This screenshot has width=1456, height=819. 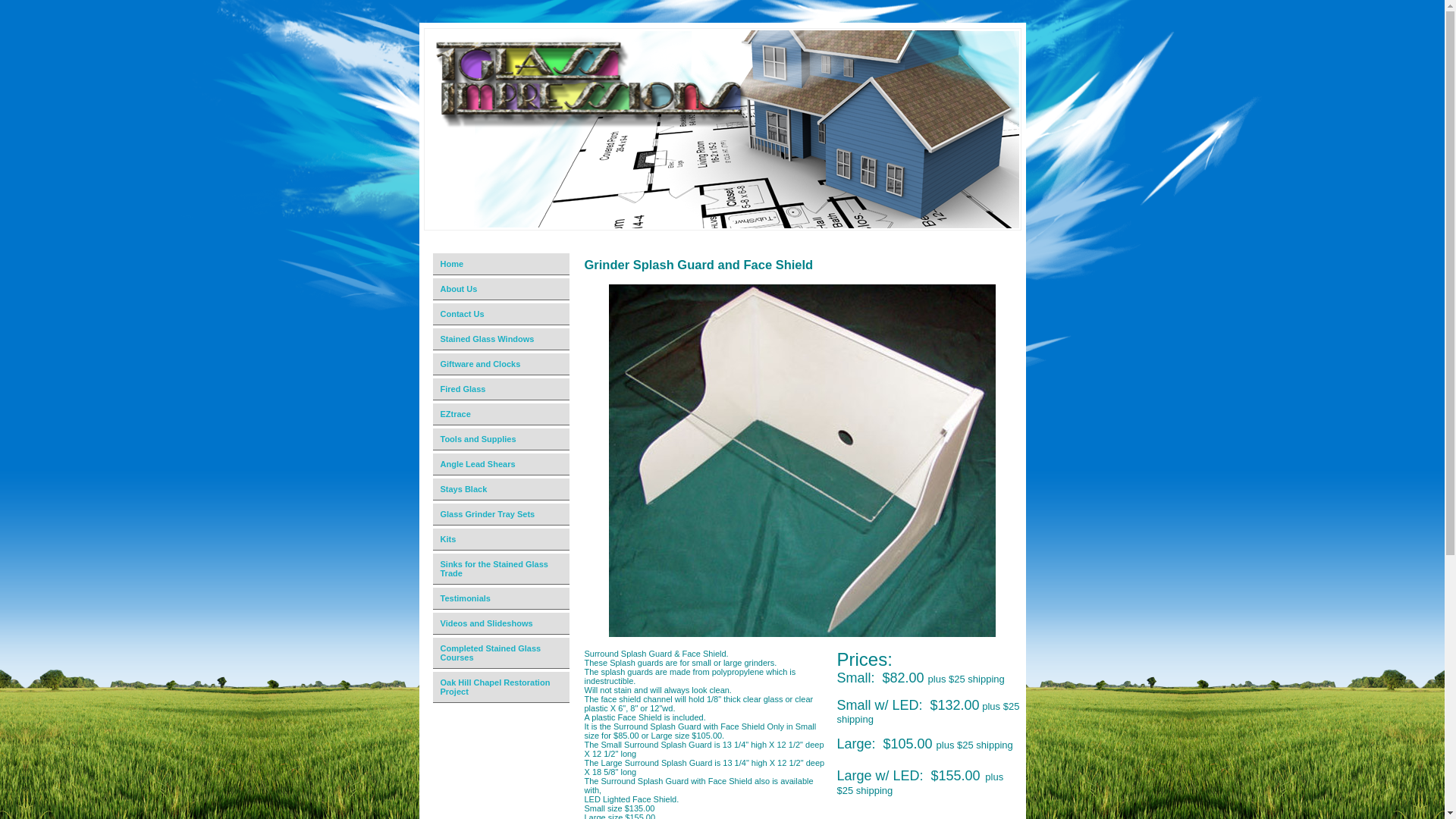 I want to click on 'Giftware and Clocks', so click(x=425, y=364).